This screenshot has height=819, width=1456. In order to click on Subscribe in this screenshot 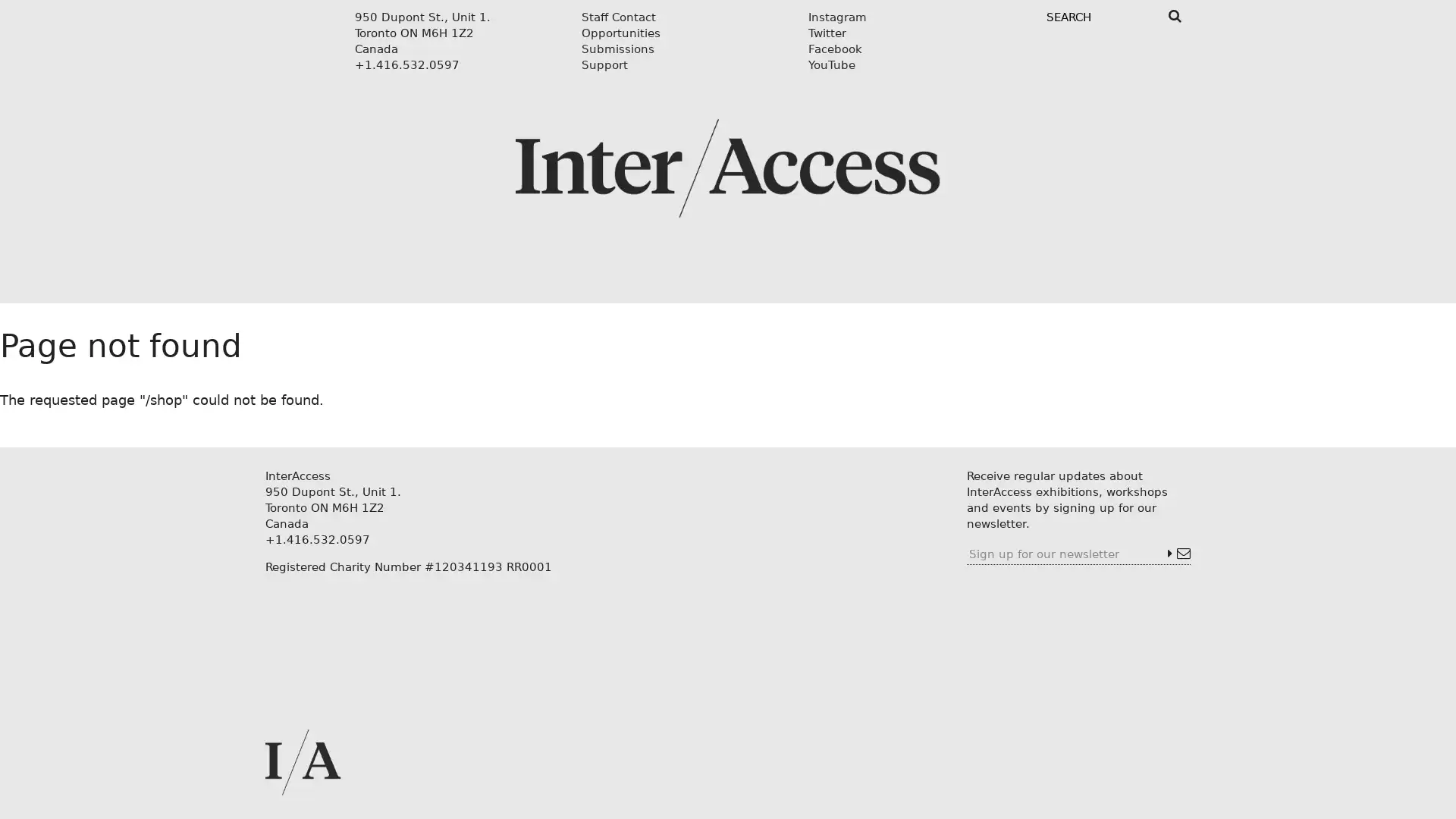, I will do `click(1178, 554)`.